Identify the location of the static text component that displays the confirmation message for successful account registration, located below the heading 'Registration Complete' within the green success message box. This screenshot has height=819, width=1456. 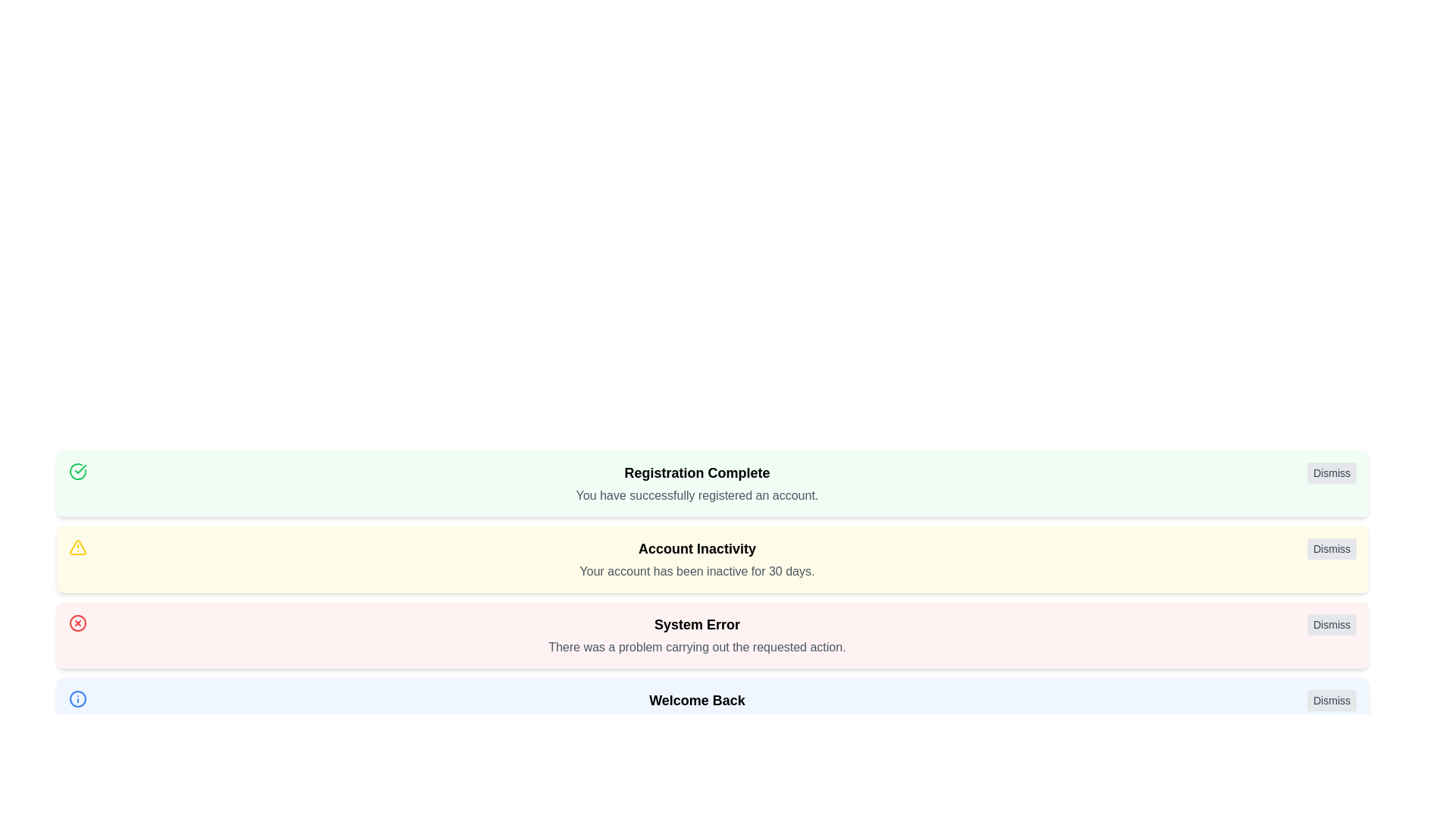
(696, 496).